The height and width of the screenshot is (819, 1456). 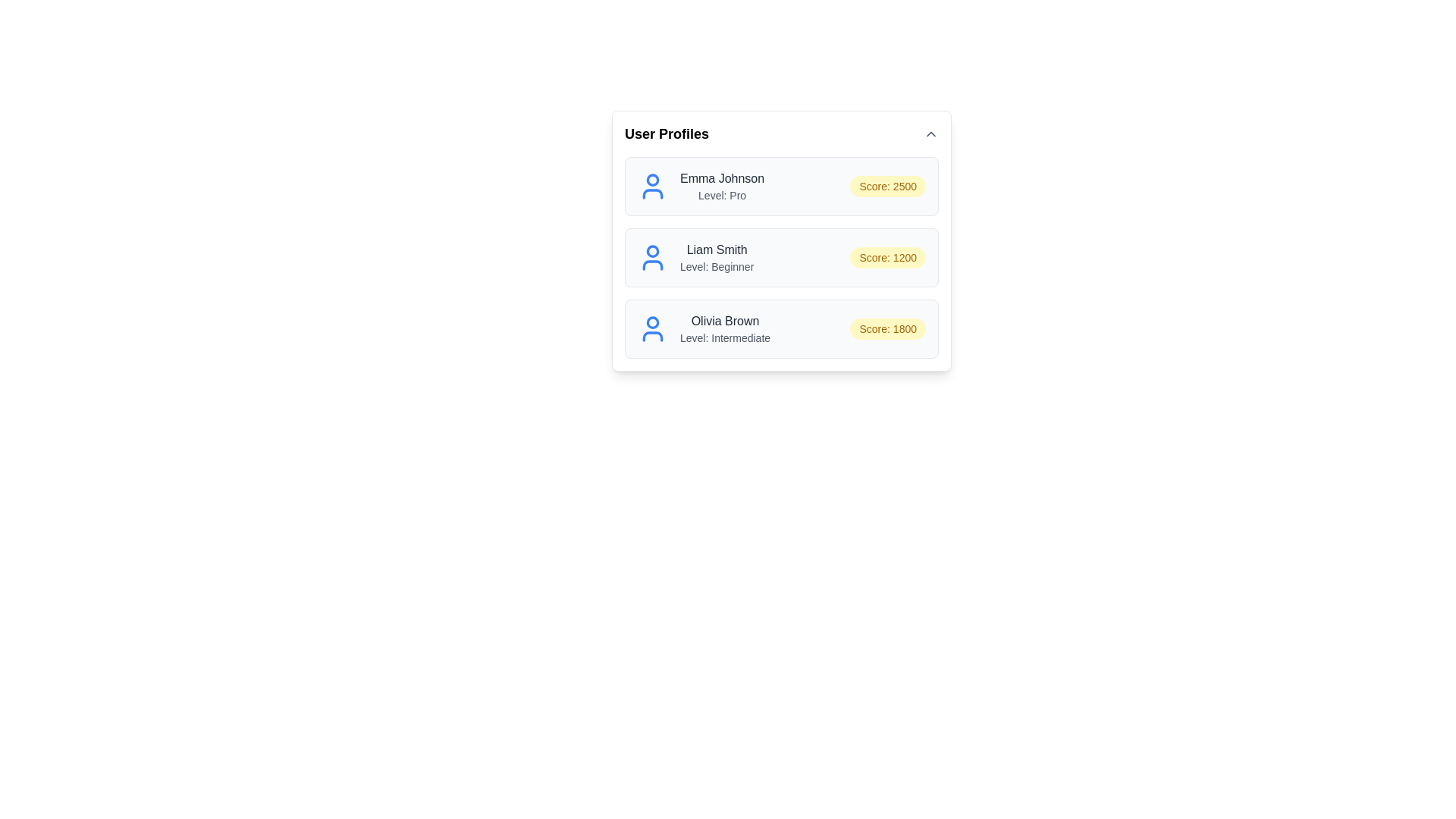 I want to click on the text label that displays the name and proficiency level of the user, which is positioned to the right of the blue profile icon and left of the yellow score field in the user profile list, so click(x=721, y=186).